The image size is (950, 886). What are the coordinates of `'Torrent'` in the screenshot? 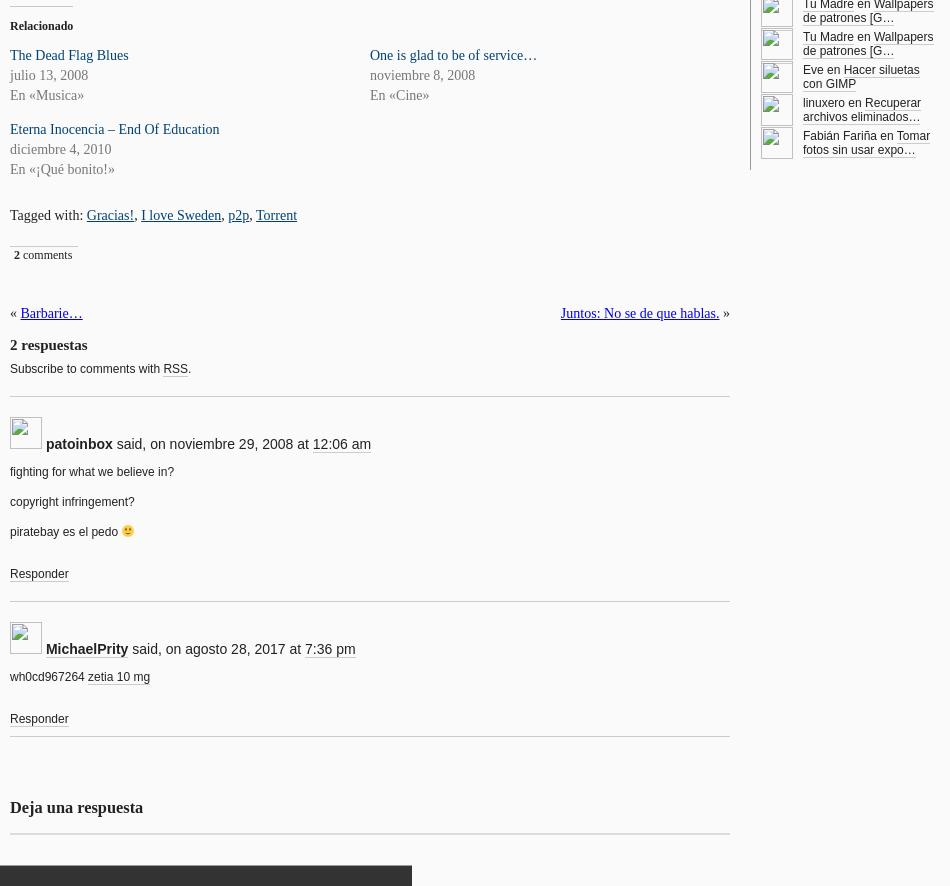 It's located at (275, 215).